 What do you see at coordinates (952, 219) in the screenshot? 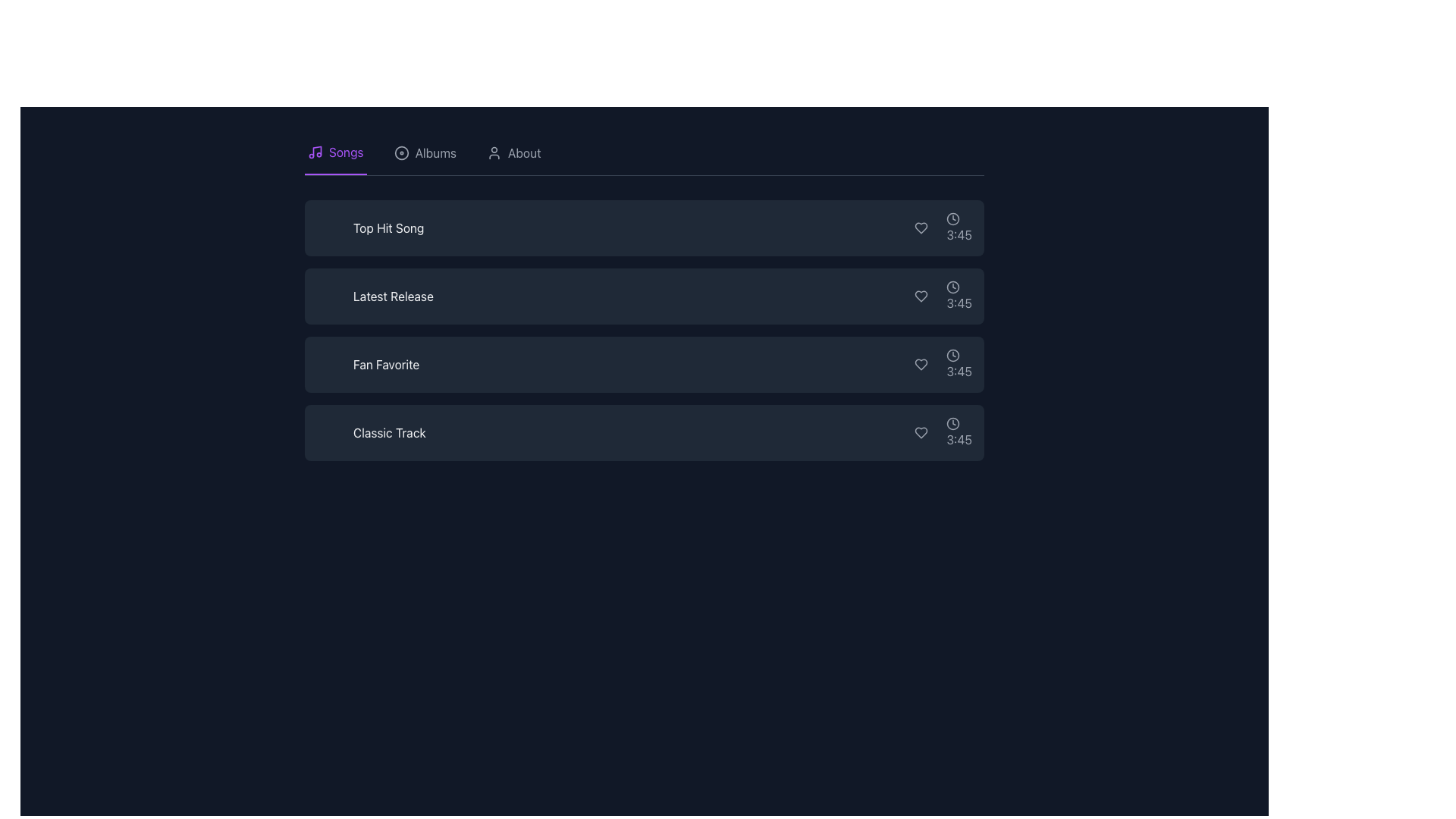
I see `the clock icon representing time, which is a circular outline with clock hands, located in the topmost row next to the duration '3:45'` at bounding box center [952, 219].